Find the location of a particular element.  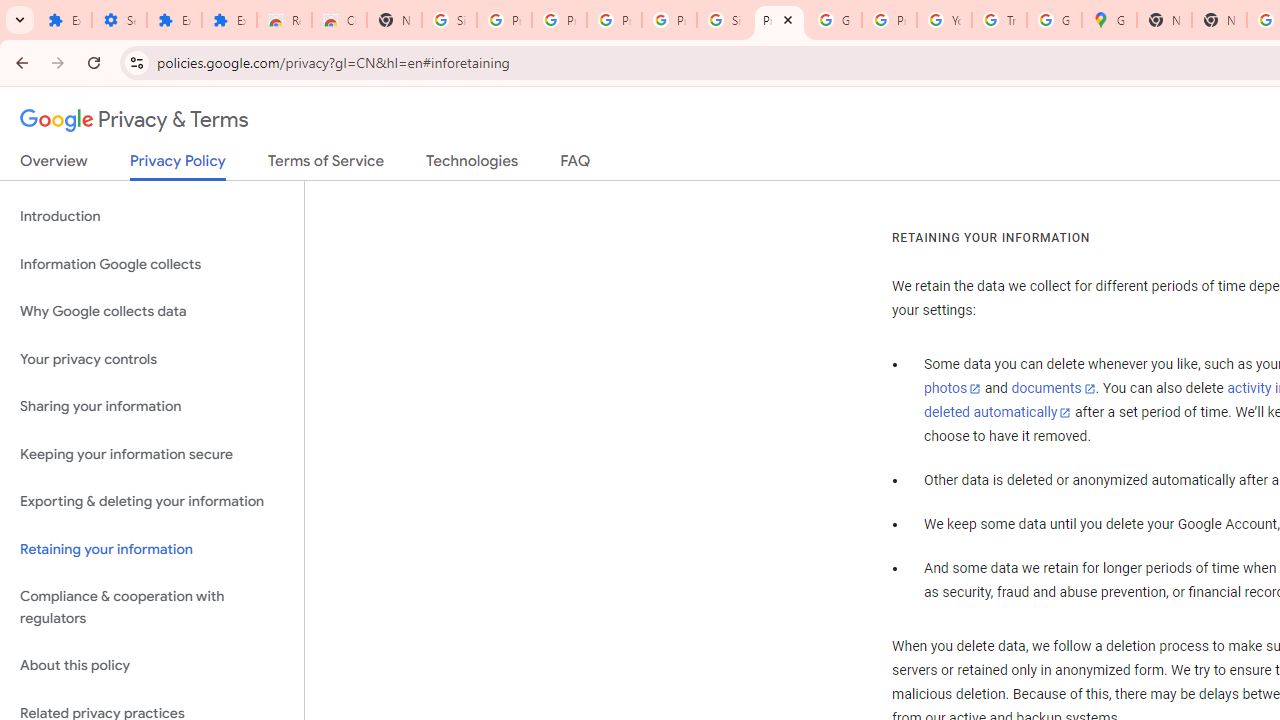

'Retaining your information' is located at coordinates (151, 549).